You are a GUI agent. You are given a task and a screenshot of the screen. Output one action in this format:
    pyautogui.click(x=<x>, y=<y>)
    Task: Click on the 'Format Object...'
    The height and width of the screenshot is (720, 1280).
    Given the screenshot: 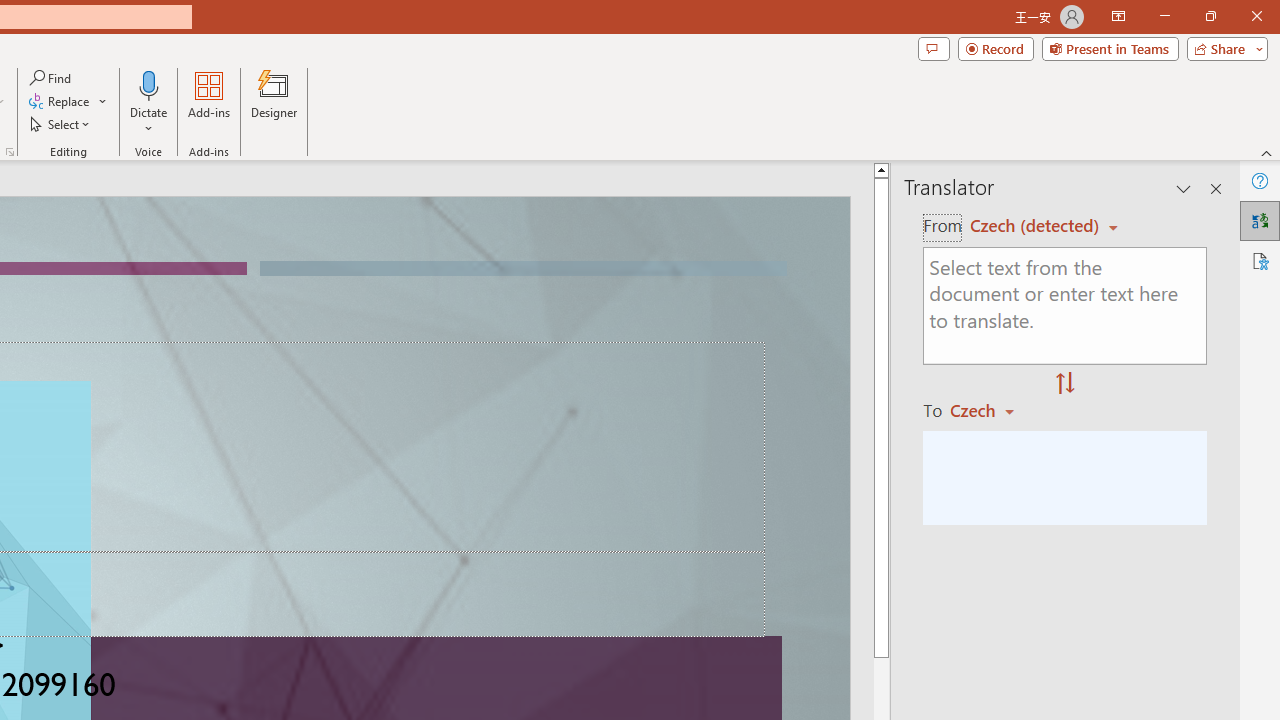 What is the action you would take?
    pyautogui.click(x=10, y=150)
    